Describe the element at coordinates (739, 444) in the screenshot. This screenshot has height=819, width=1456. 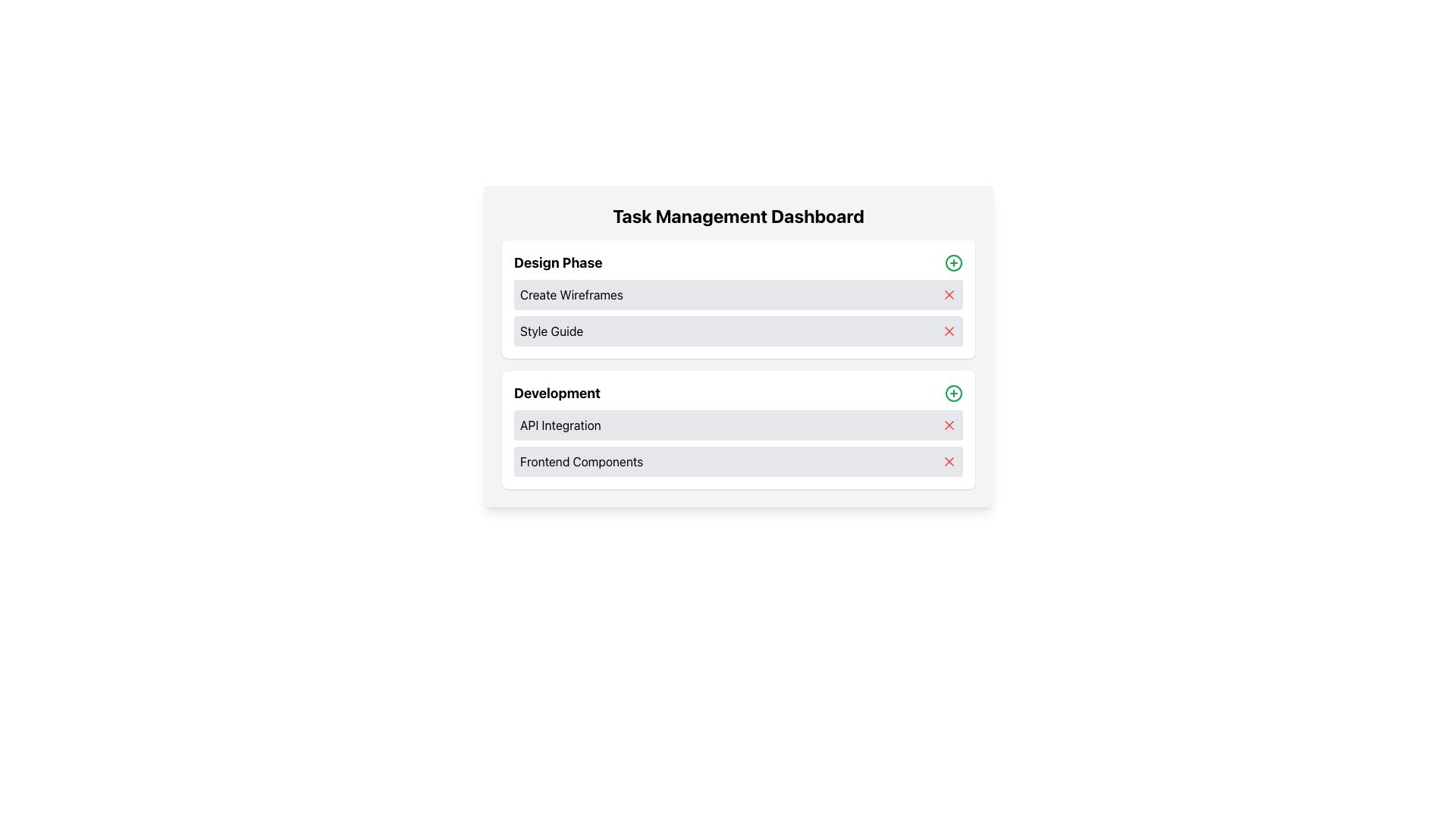
I see `the row in the 'Development' section of the Task Management Dashboard` at that location.